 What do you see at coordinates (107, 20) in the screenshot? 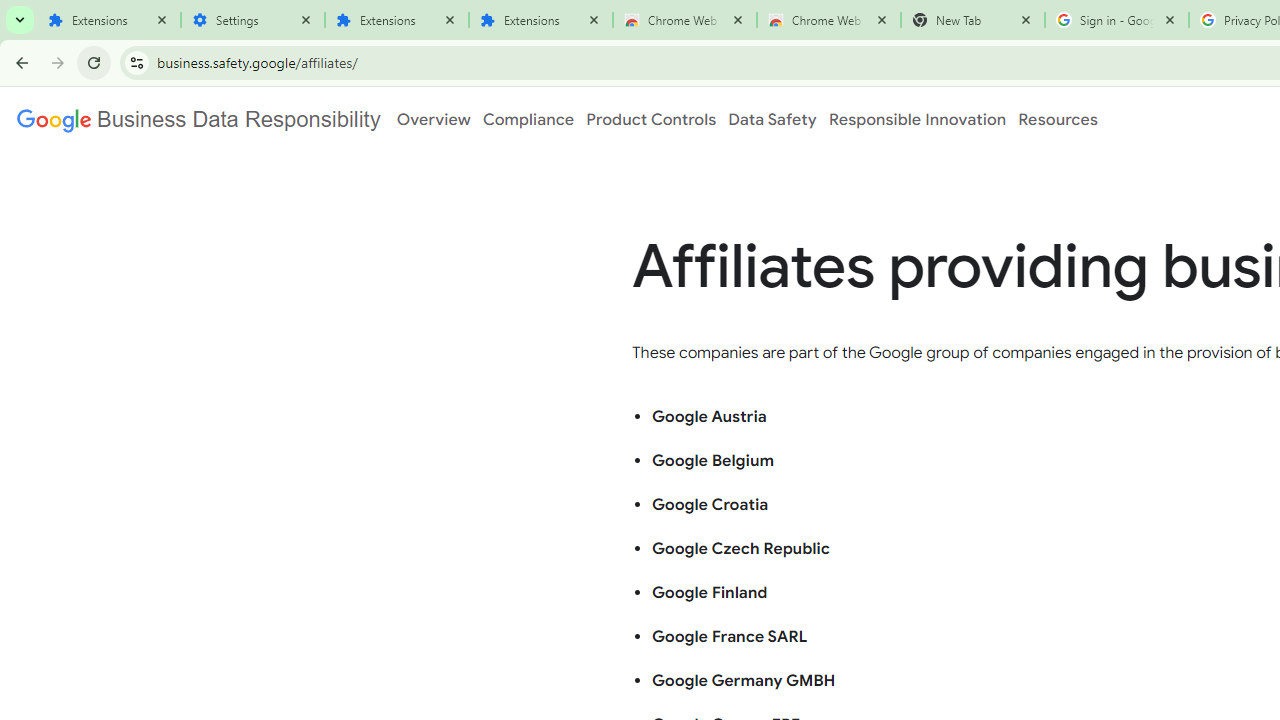
I see `'Extensions'` at bounding box center [107, 20].